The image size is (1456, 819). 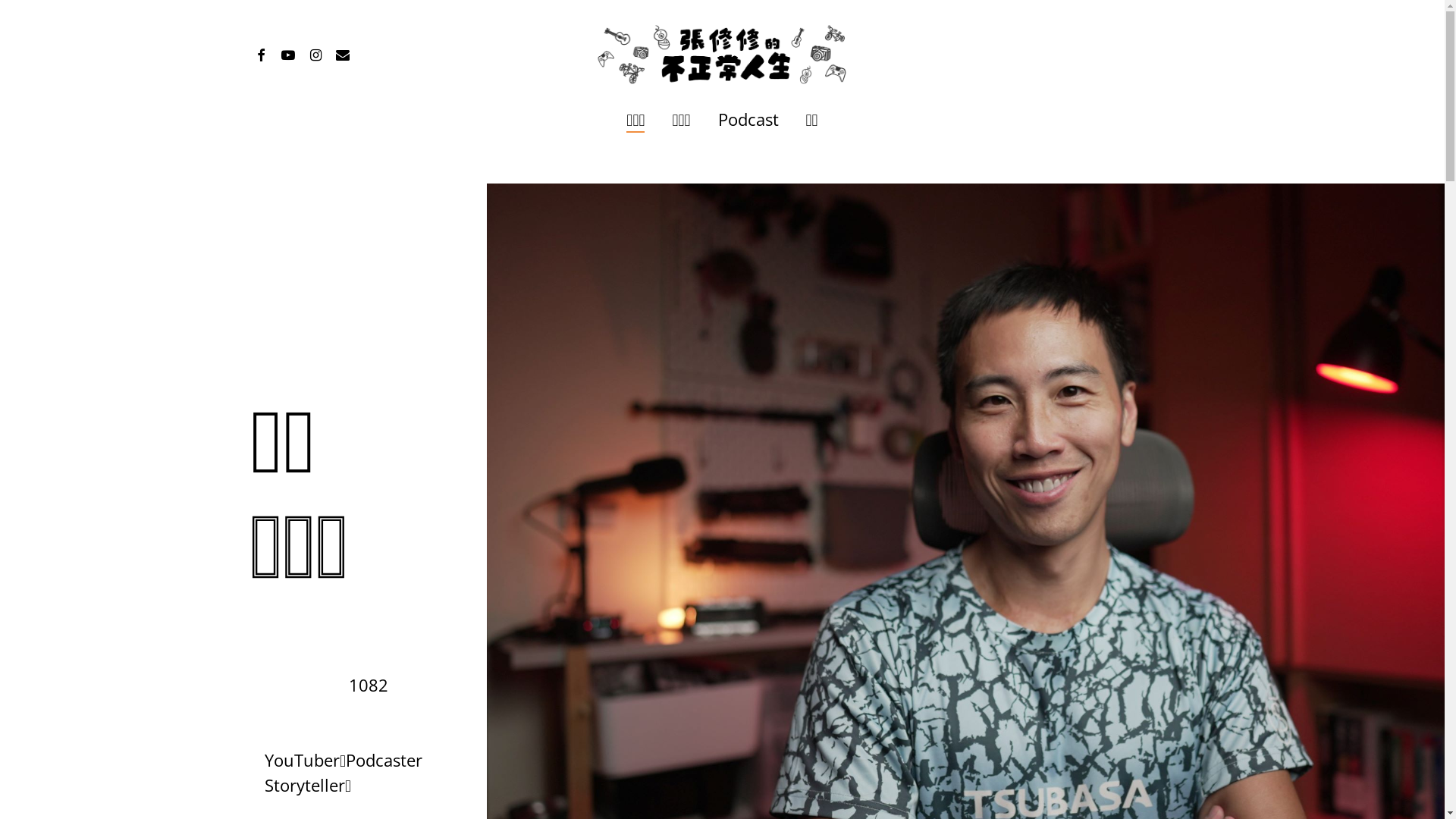 What do you see at coordinates (287, 52) in the screenshot?
I see `'youtube'` at bounding box center [287, 52].